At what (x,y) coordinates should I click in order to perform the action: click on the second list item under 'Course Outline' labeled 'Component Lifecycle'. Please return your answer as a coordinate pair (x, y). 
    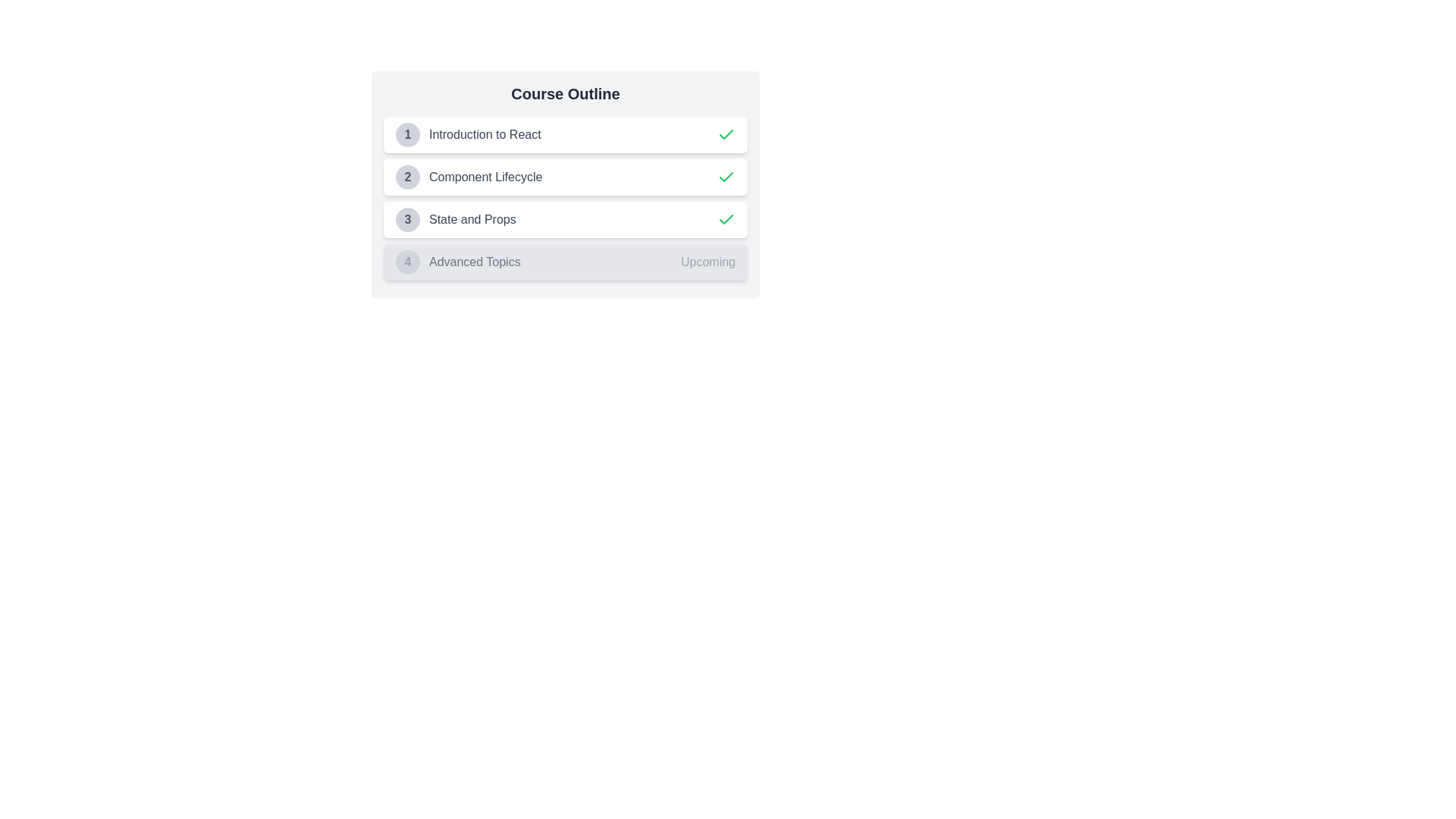
    Looking at the image, I should click on (564, 177).